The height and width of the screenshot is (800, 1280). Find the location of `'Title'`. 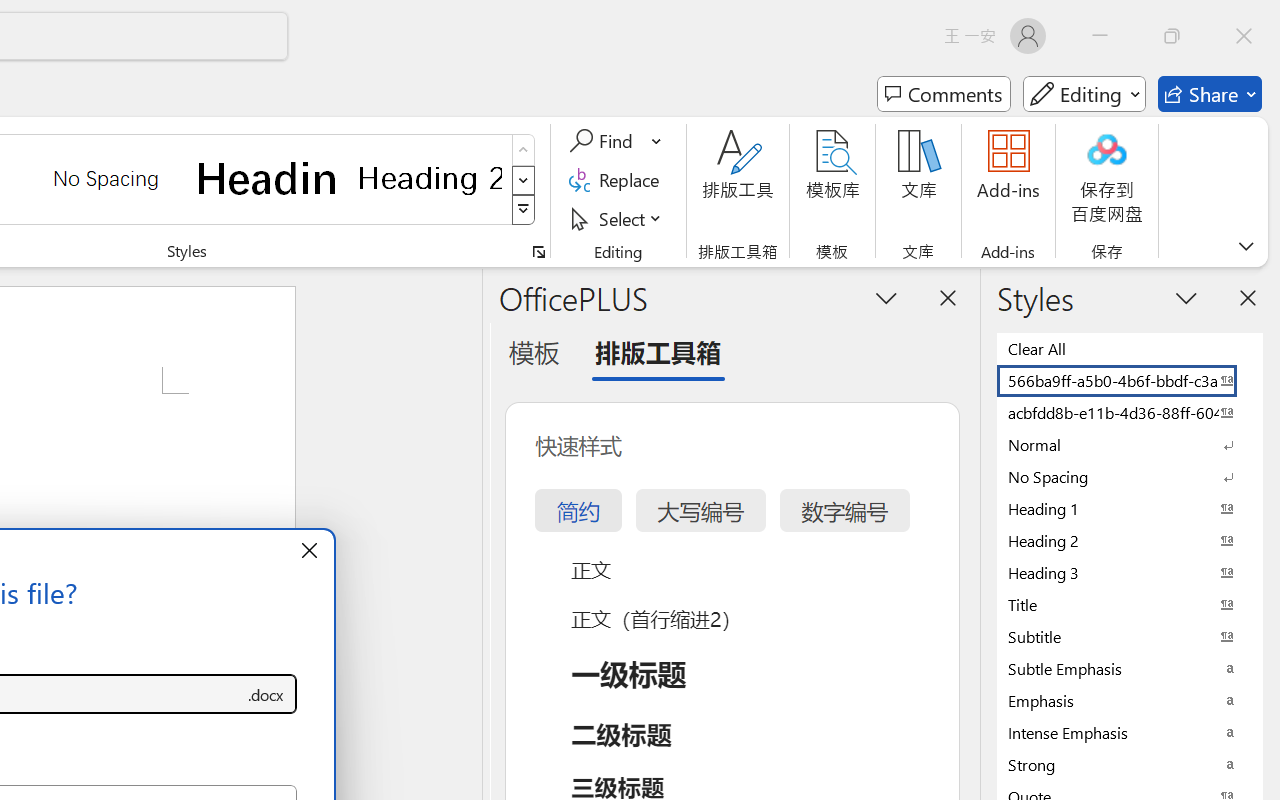

'Title' is located at coordinates (1130, 604).